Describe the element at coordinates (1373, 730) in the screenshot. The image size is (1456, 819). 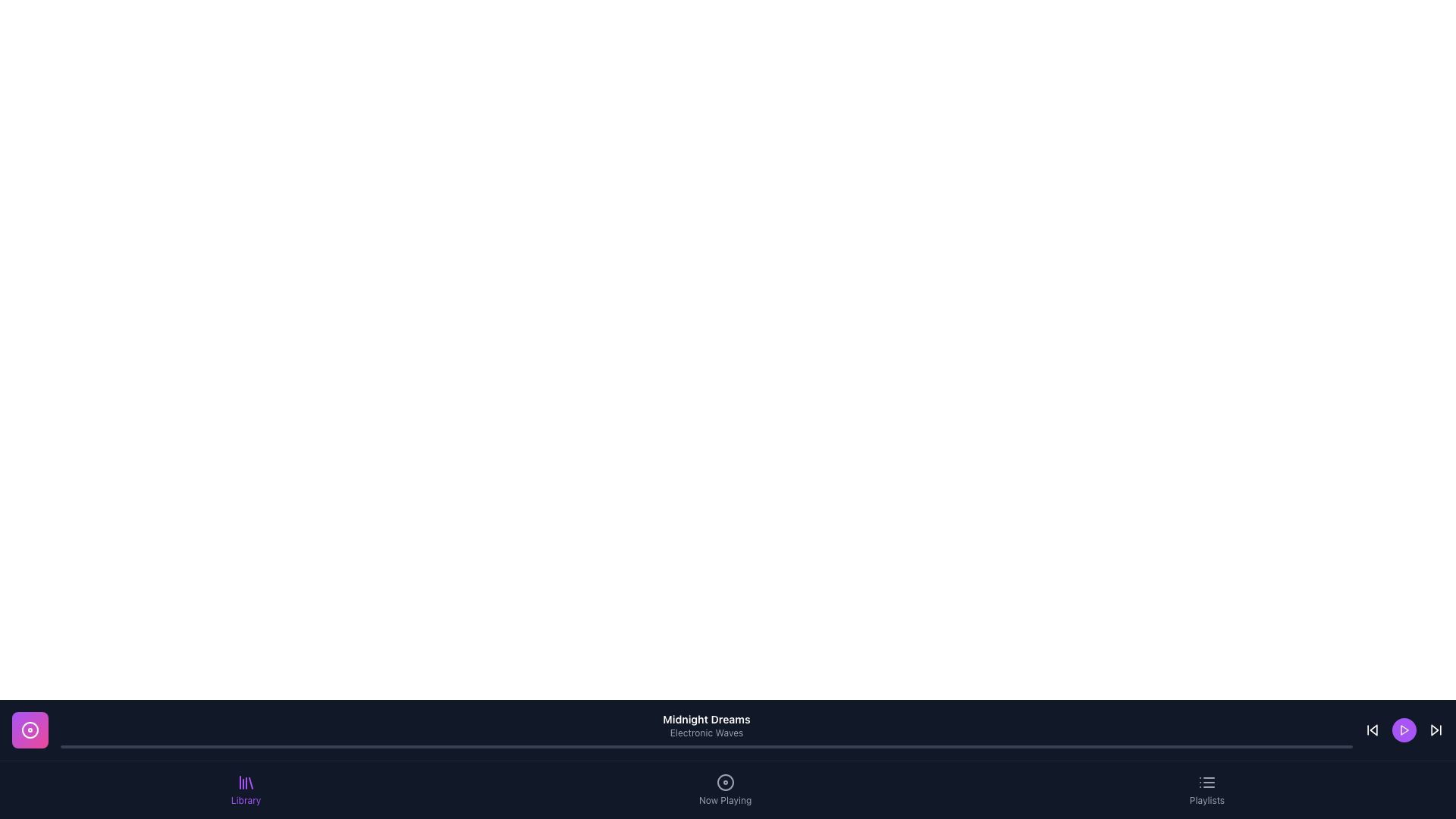
I see `the triangular-style skip-back icon located in the bottom-right section of the interface` at that location.